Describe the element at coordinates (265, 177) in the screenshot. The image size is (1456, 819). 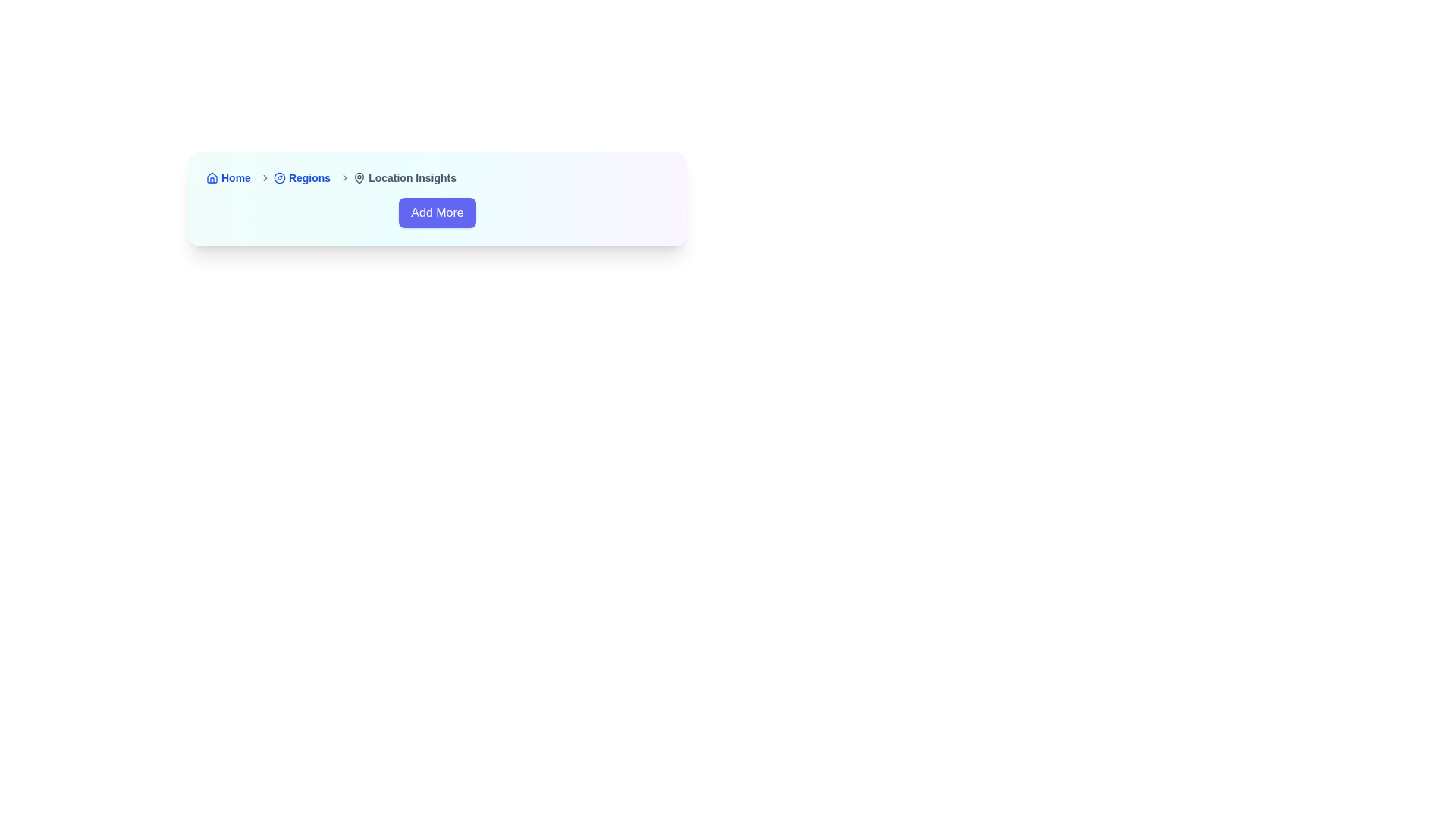
I see `the first chevron icon in the breadcrumb navigation that separates the 'Regions' label from the next breadcrumb item` at that location.